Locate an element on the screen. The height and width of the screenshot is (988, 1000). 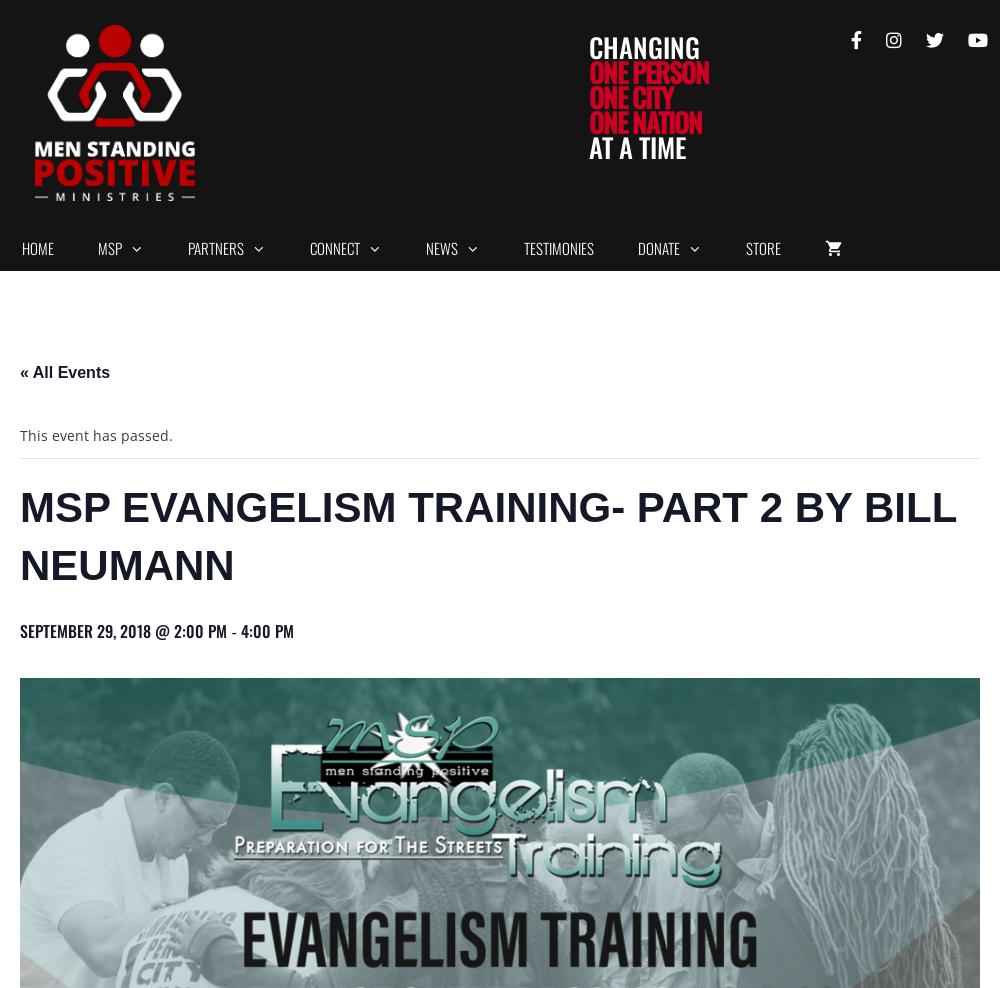
'MSP' is located at coordinates (109, 247).